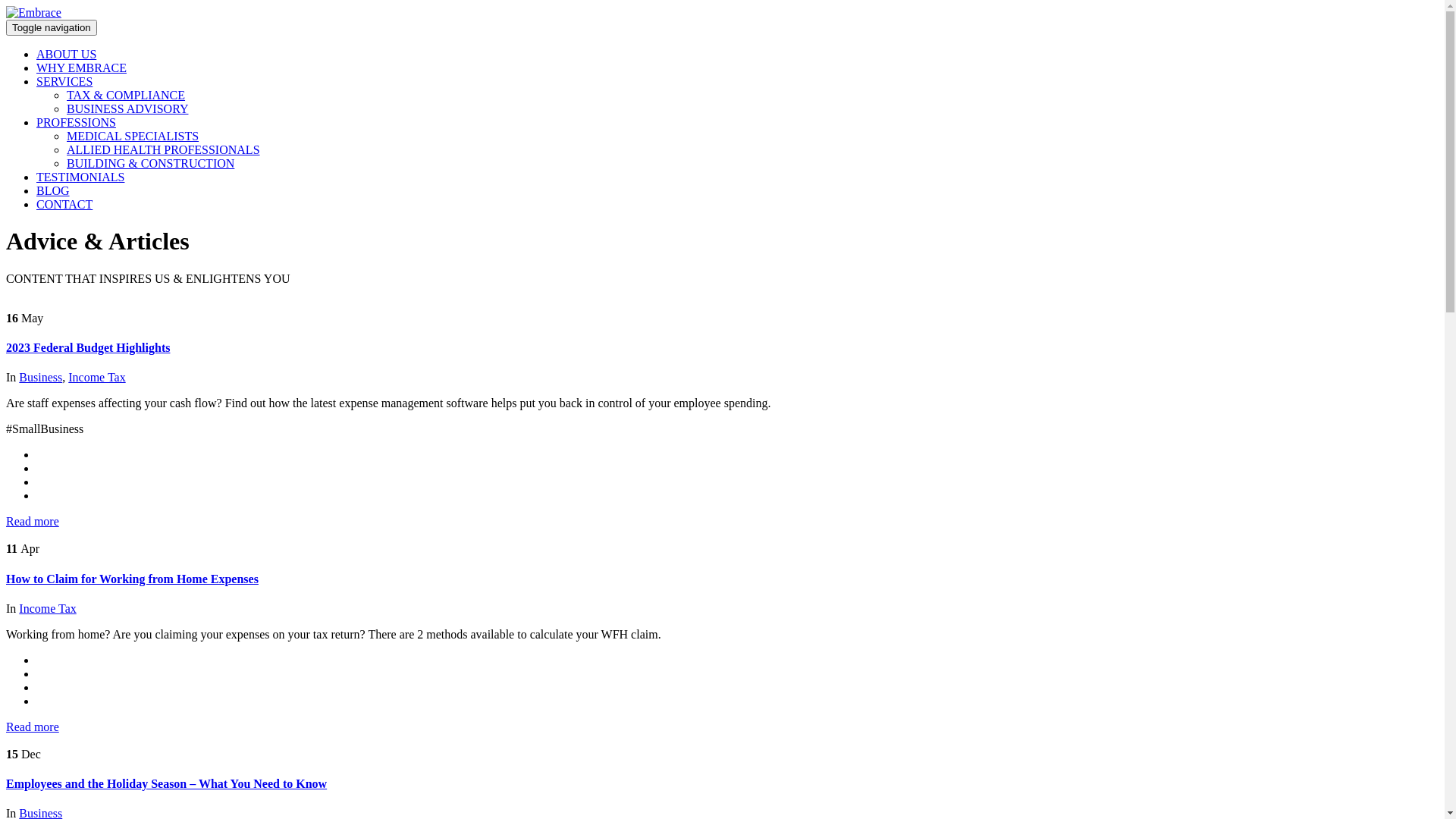 The height and width of the screenshot is (819, 1456). I want to click on 'Income Tax', so click(96, 376).